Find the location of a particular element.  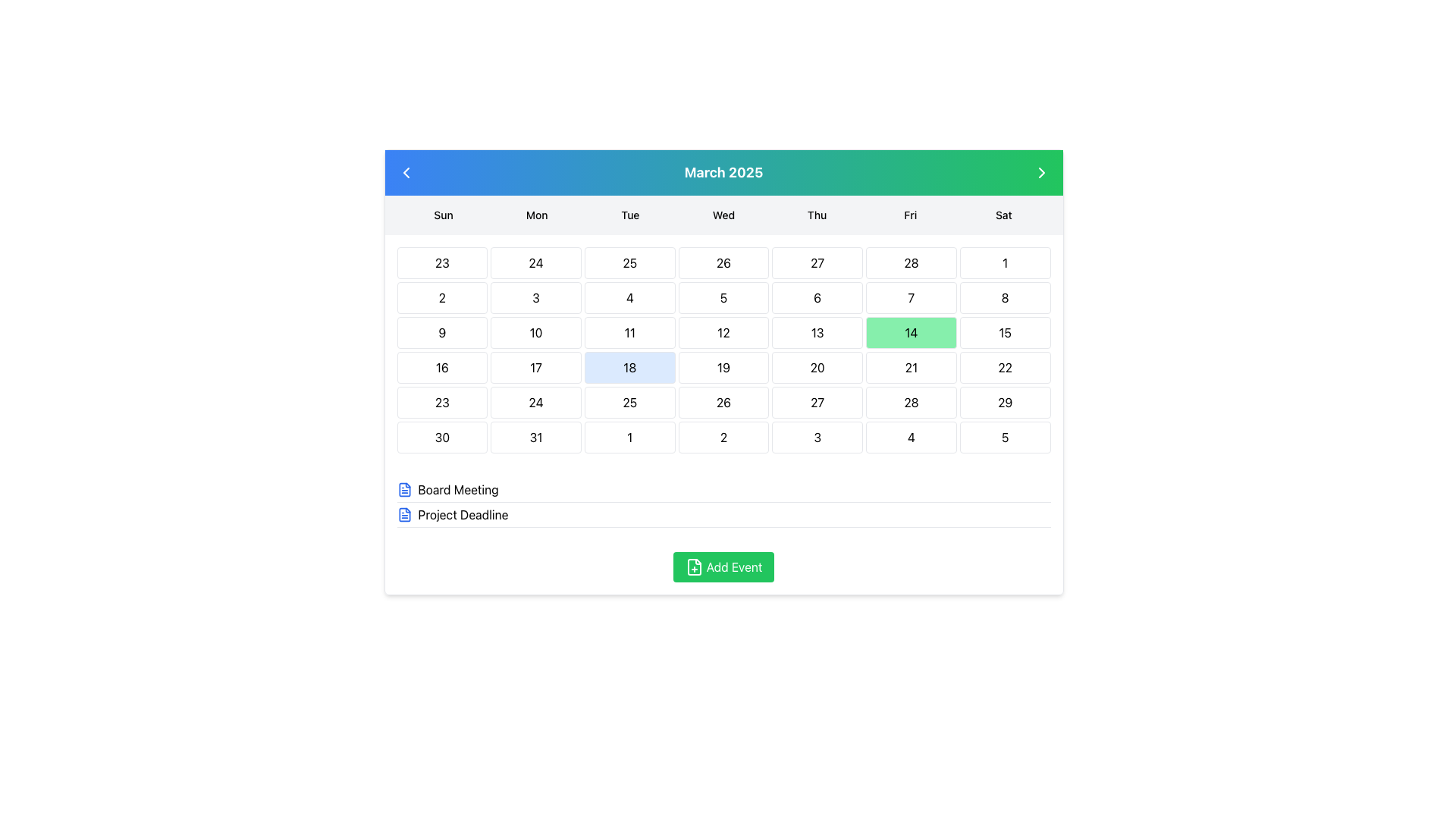

the text element displaying 'March 2025' which is centrally aligned in a bold, large font against a gradient background is located at coordinates (723, 171).